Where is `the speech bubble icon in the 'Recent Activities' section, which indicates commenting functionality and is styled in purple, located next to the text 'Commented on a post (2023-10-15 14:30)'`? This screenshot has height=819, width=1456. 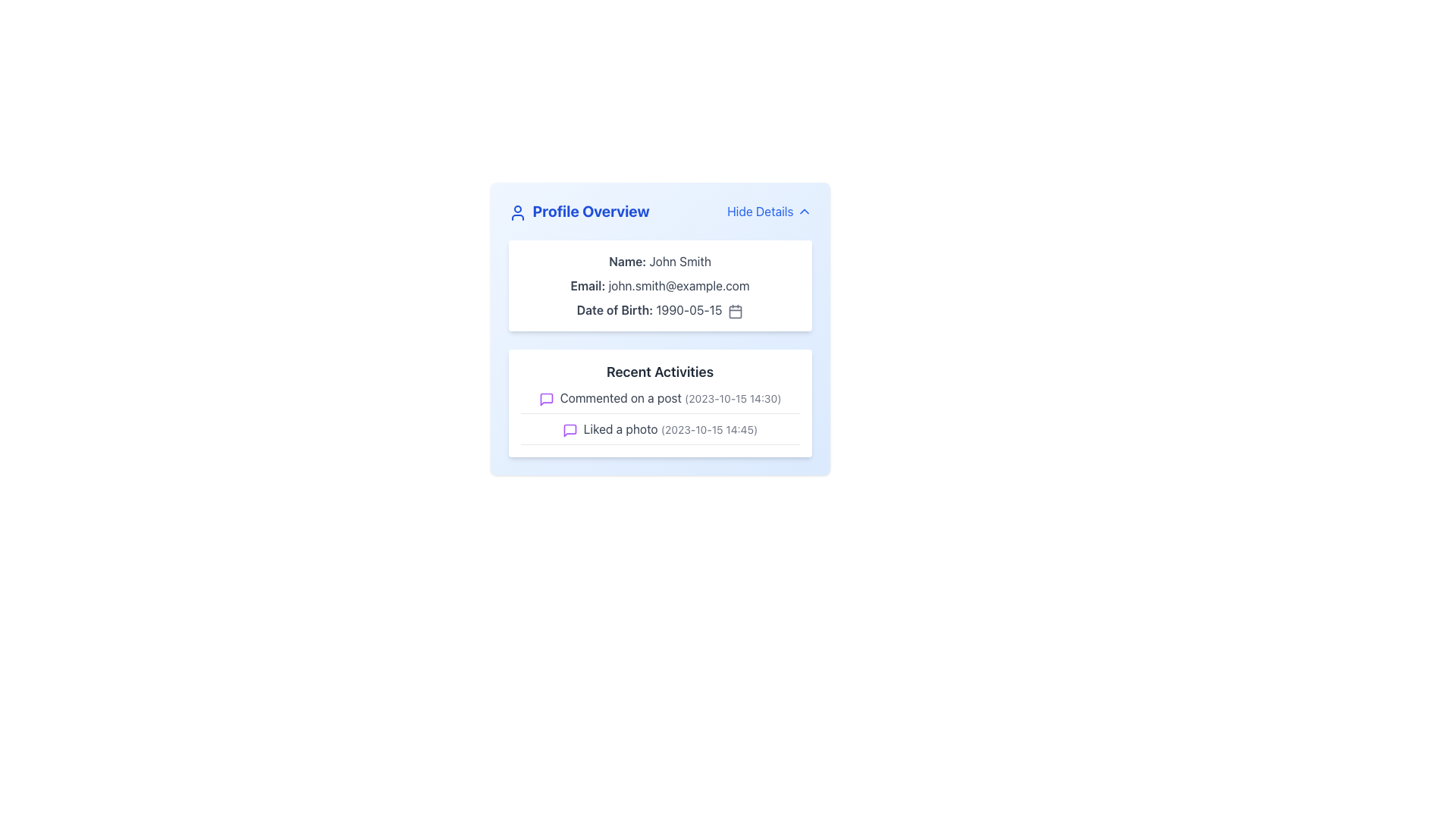 the speech bubble icon in the 'Recent Activities' section, which indicates commenting functionality and is styled in purple, located next to the text 'Commented on a post (2023-10-15 14:30)' is located at coordinates (546, 398).